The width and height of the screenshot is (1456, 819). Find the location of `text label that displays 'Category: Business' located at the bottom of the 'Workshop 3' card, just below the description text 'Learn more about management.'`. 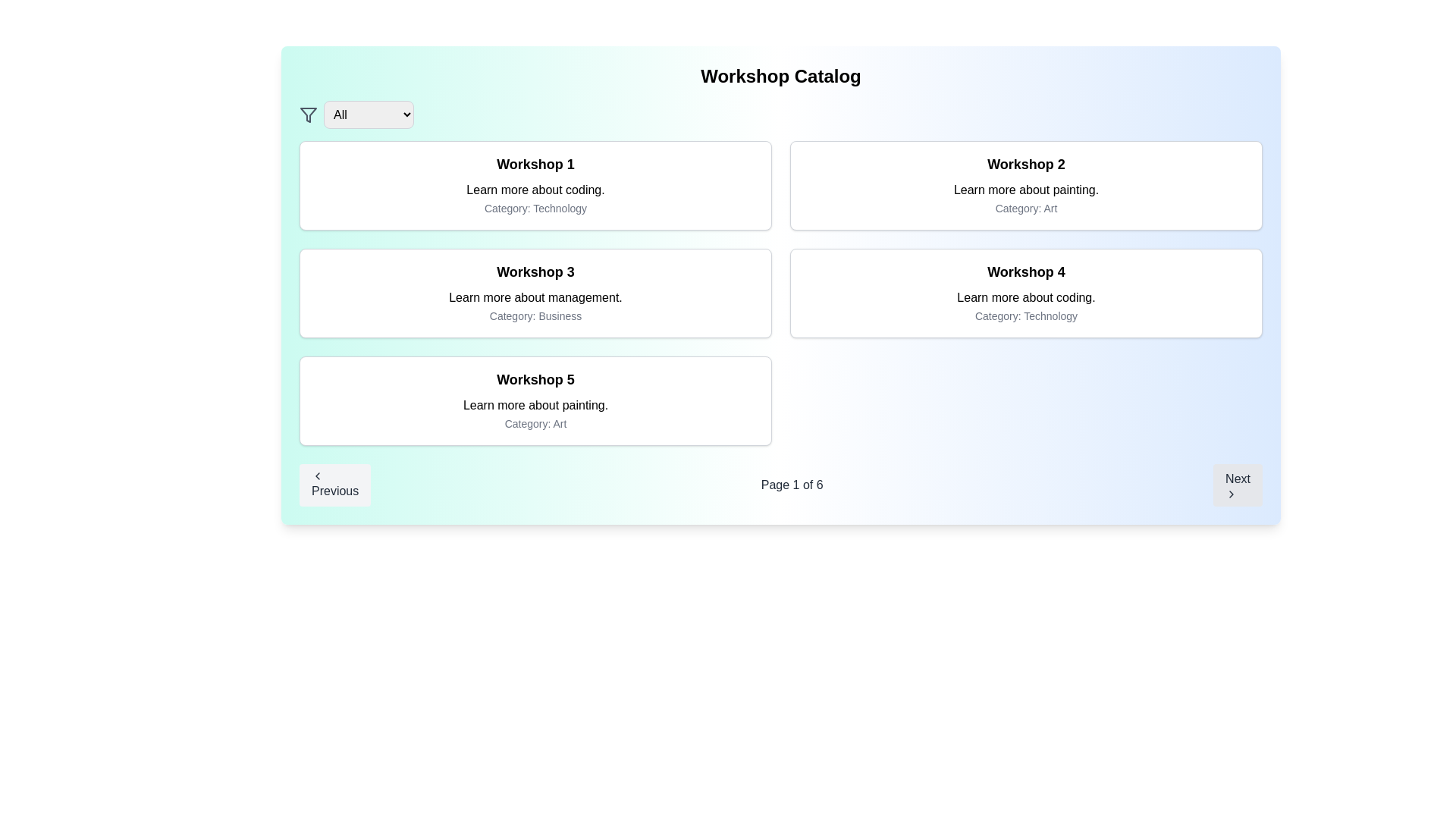

text label that displays 'Category: Business' located at the bottom of the 'Workshop 3' card, just below the description text 'Learn more about management.' is located at coordinates (535, 315).